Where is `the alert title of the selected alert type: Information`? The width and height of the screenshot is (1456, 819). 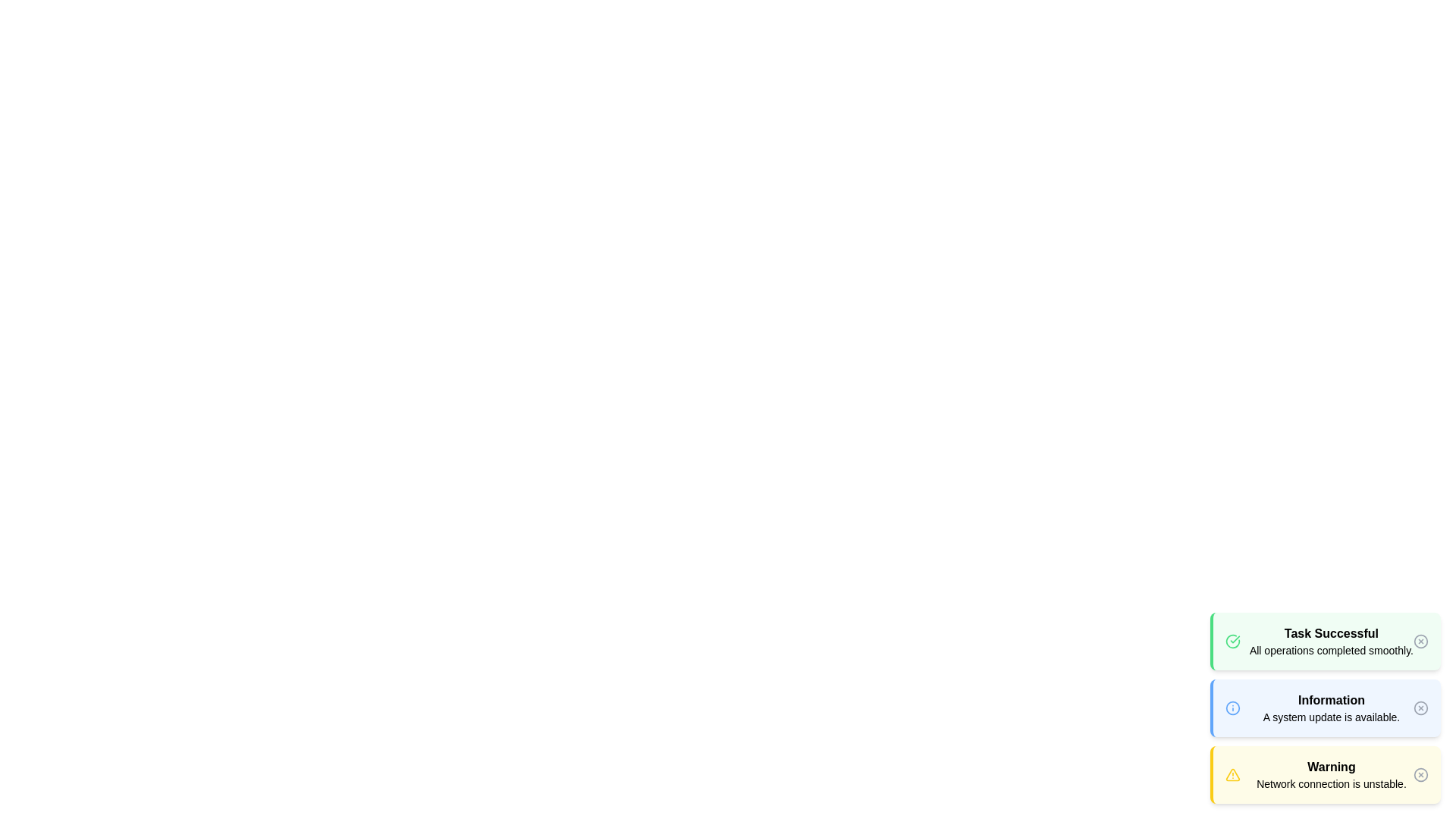 the alert title of the selected alert type: Information is located at coordinates (1331, 701).